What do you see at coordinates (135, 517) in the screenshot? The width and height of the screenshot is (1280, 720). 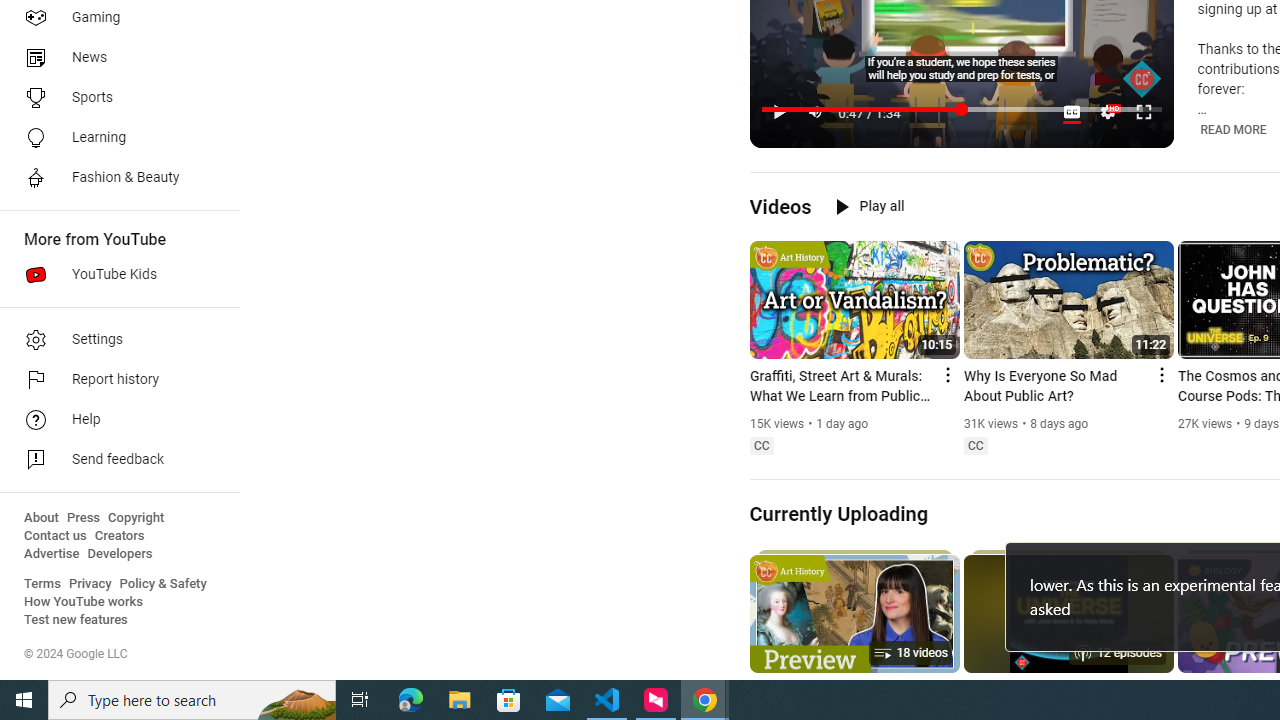 I see `'Copyright'` at bounding box center [135, 517].